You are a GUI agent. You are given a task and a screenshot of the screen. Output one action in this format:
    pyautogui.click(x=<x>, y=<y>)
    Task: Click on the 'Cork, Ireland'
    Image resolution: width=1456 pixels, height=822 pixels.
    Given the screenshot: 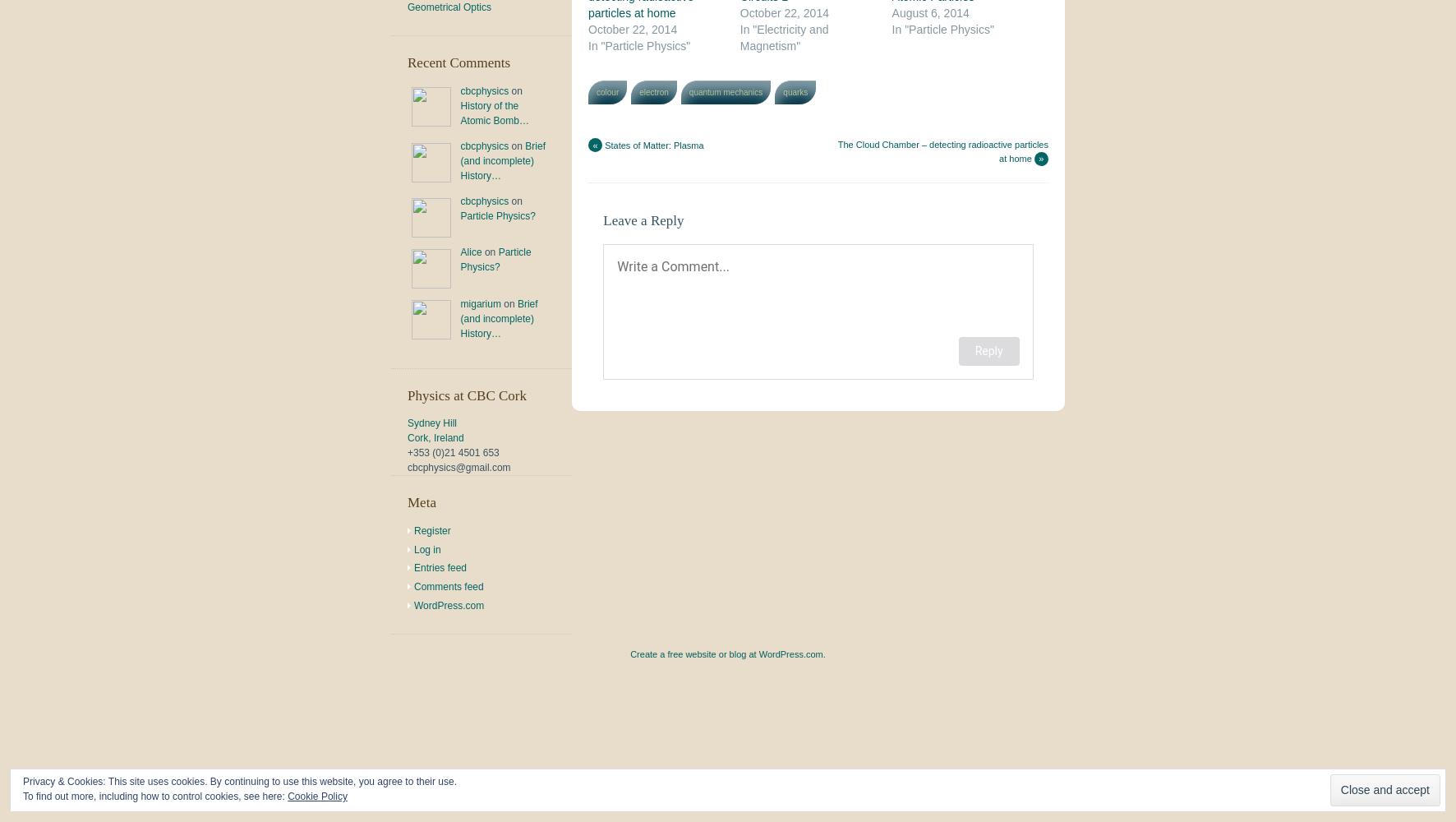 What is the action you would take?
    pyautogui.click(x=435, y=438)
    